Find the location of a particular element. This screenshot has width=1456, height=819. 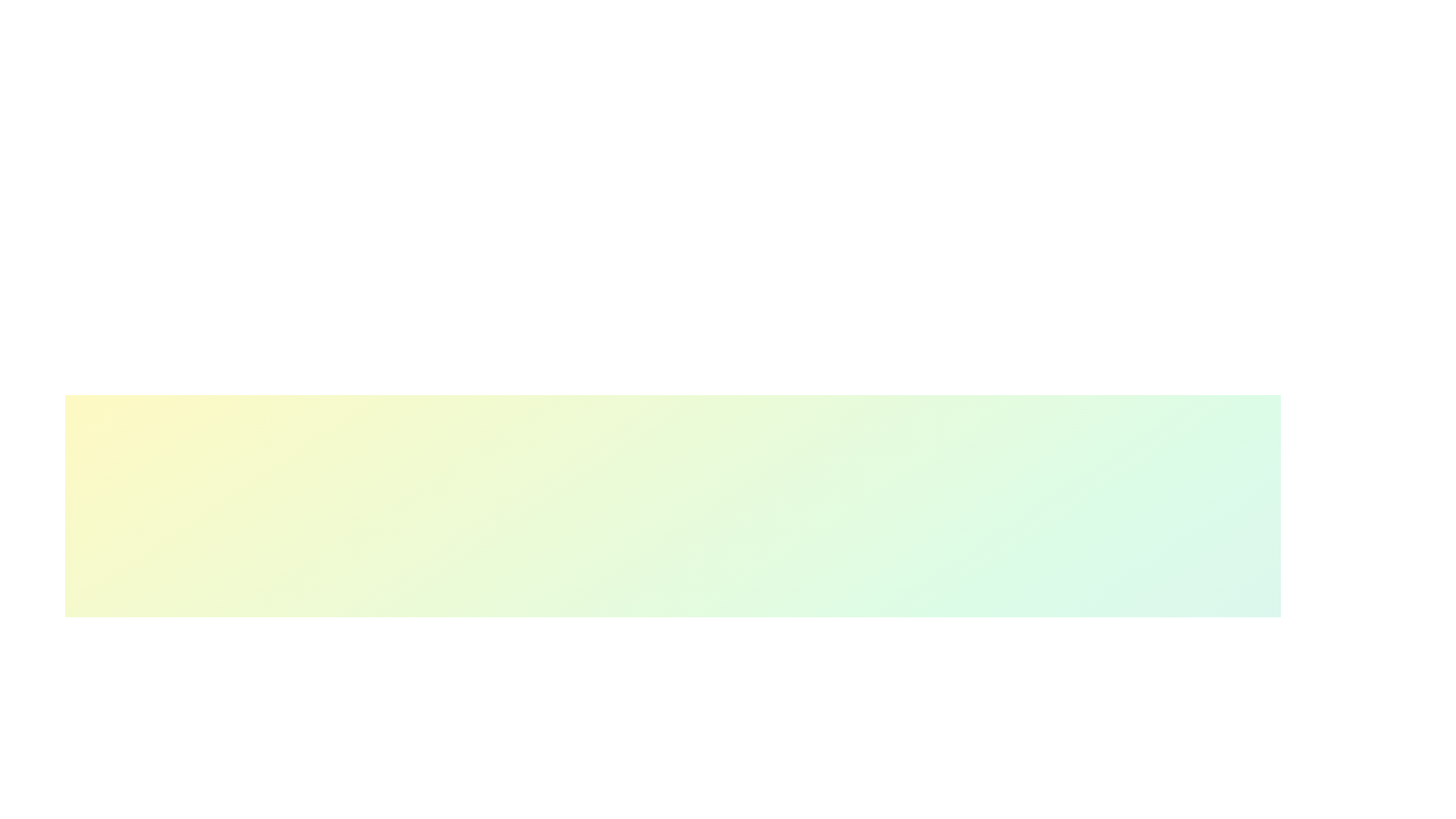

the skill progress slider for 1 to 32% is located at coordinates (611, 810).